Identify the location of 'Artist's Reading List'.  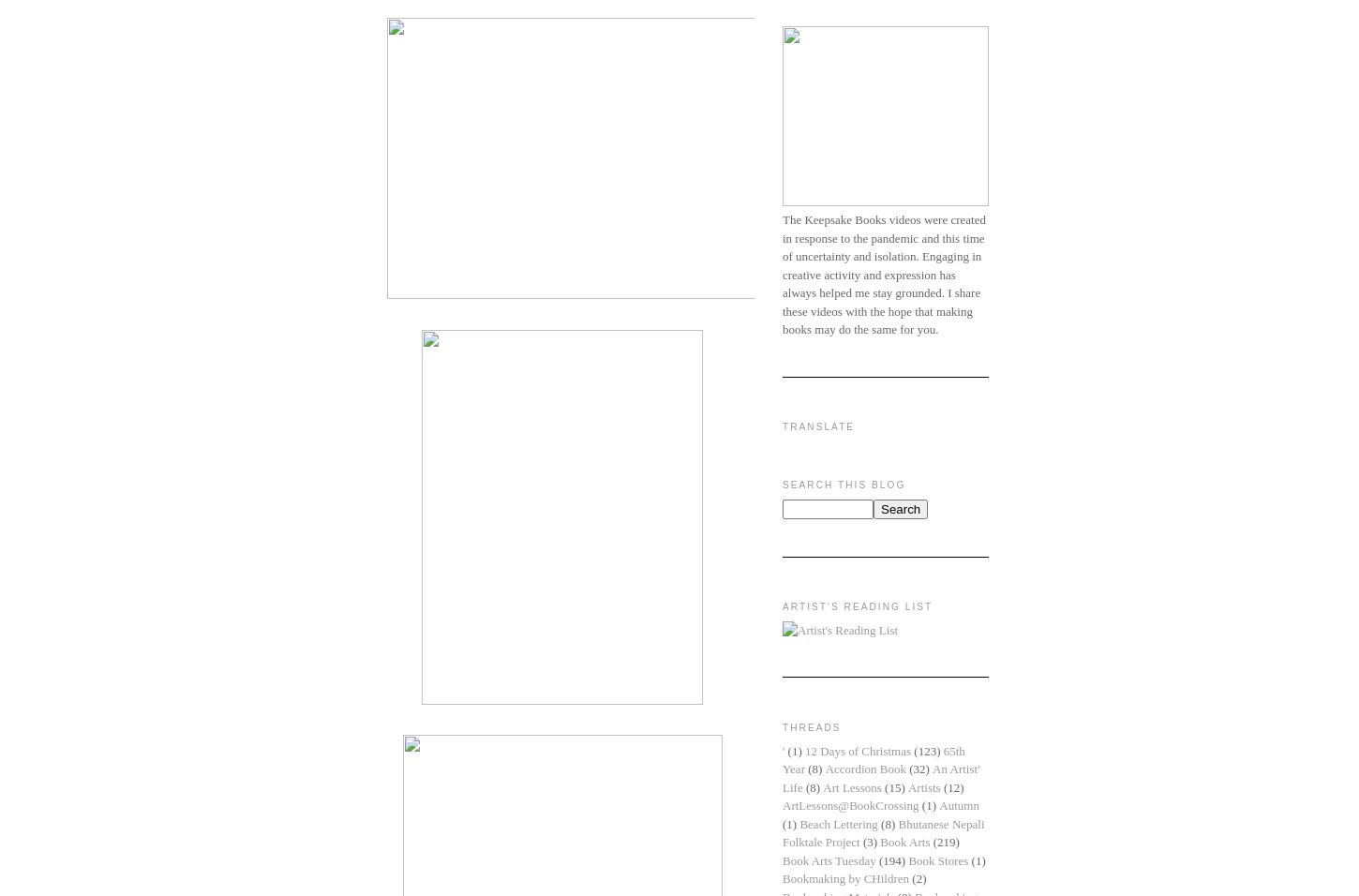
(856, 606).